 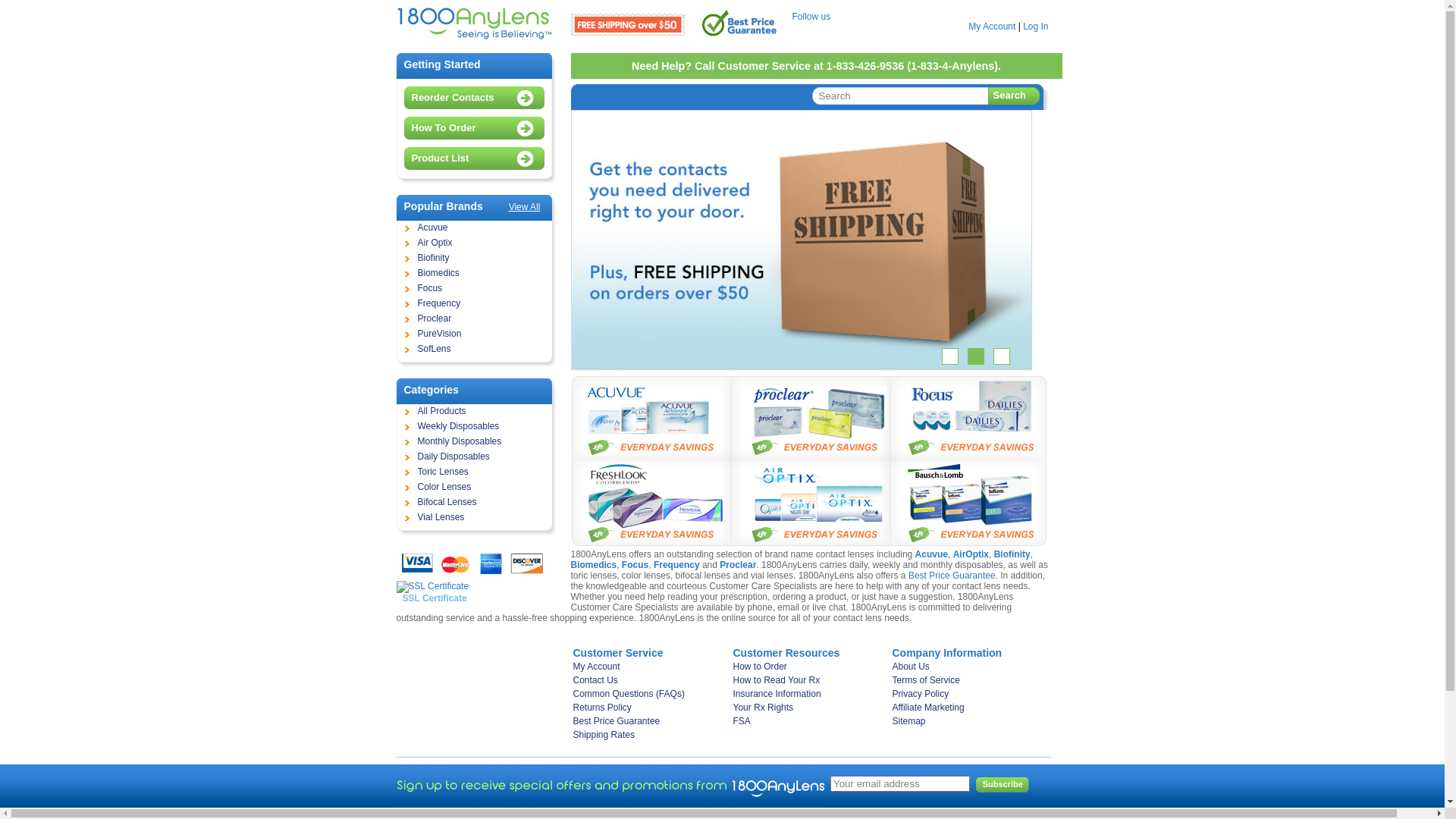 I want to click on 'Follow us', so click(x=790, y=17).